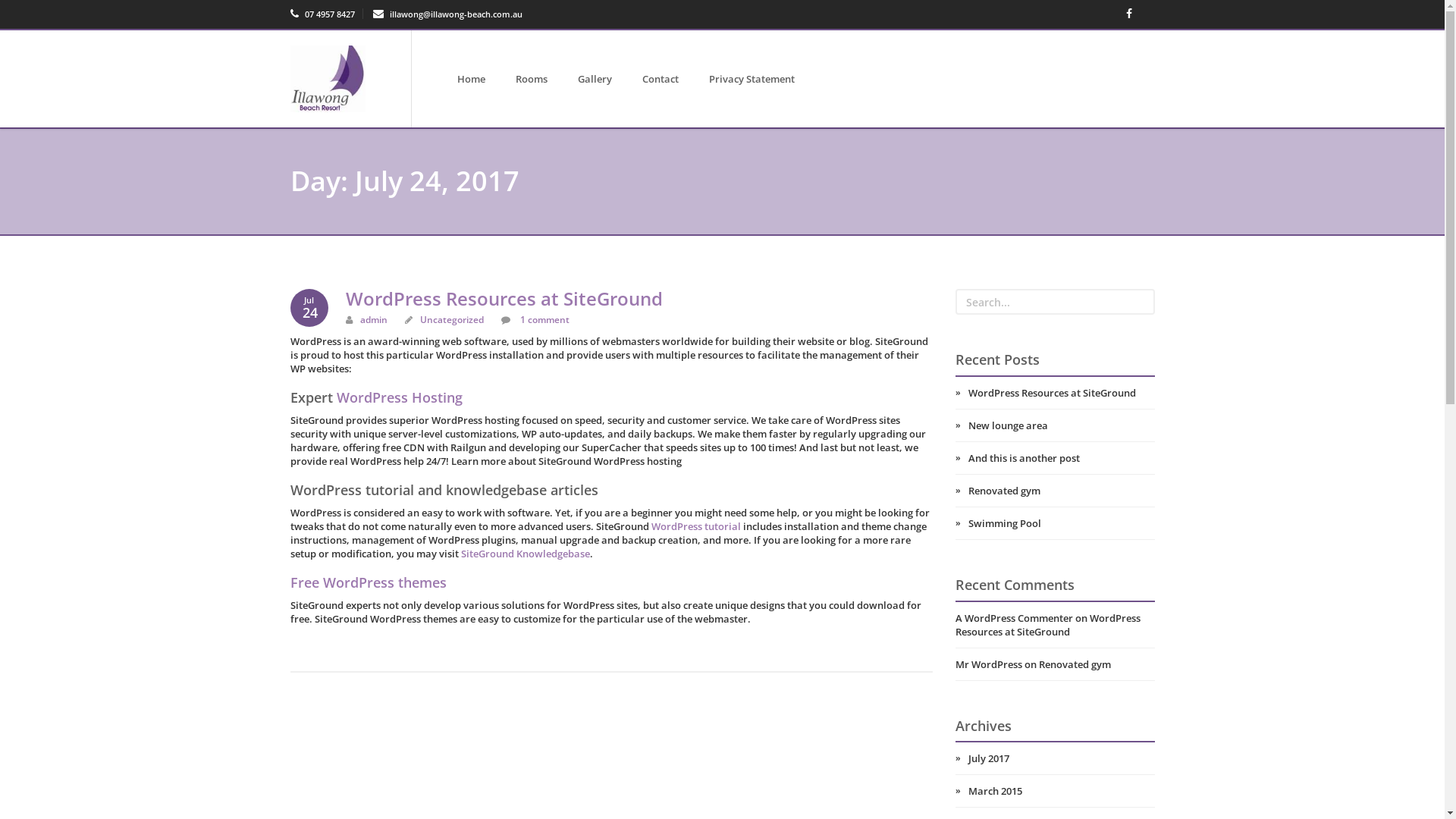 The width and height of the screenshot is (1456, 819). I want to click on 'Gallery', so click(594, 79).